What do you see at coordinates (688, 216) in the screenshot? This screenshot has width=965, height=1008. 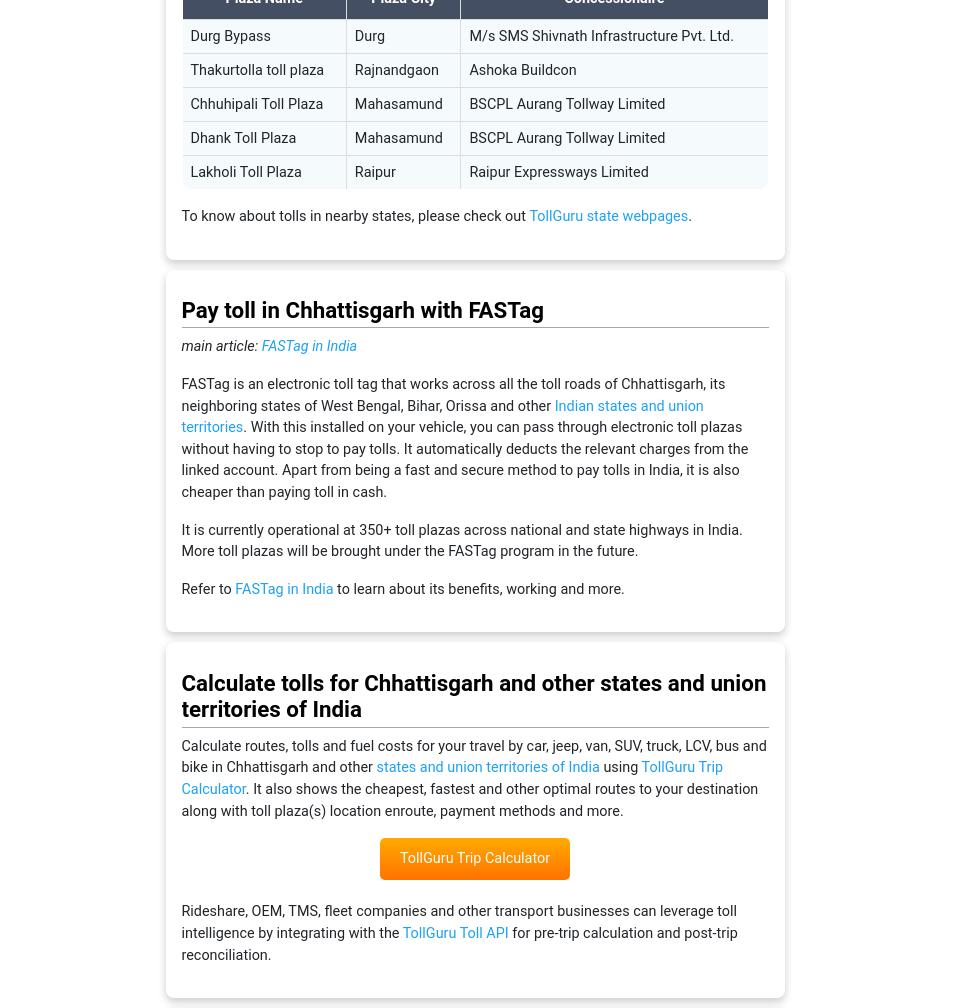 I see `'.'` at bounding box center [688, 216].